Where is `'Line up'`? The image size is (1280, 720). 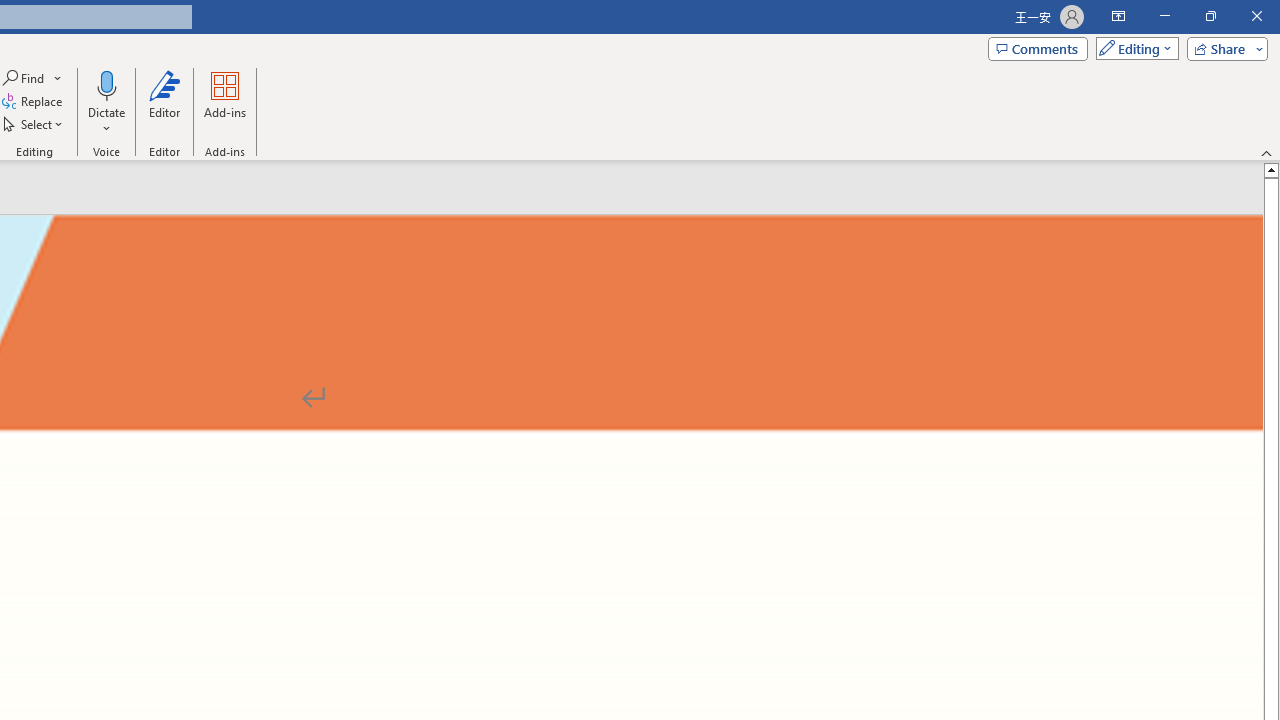
'Line up' is located at coordinates (1270, 168).